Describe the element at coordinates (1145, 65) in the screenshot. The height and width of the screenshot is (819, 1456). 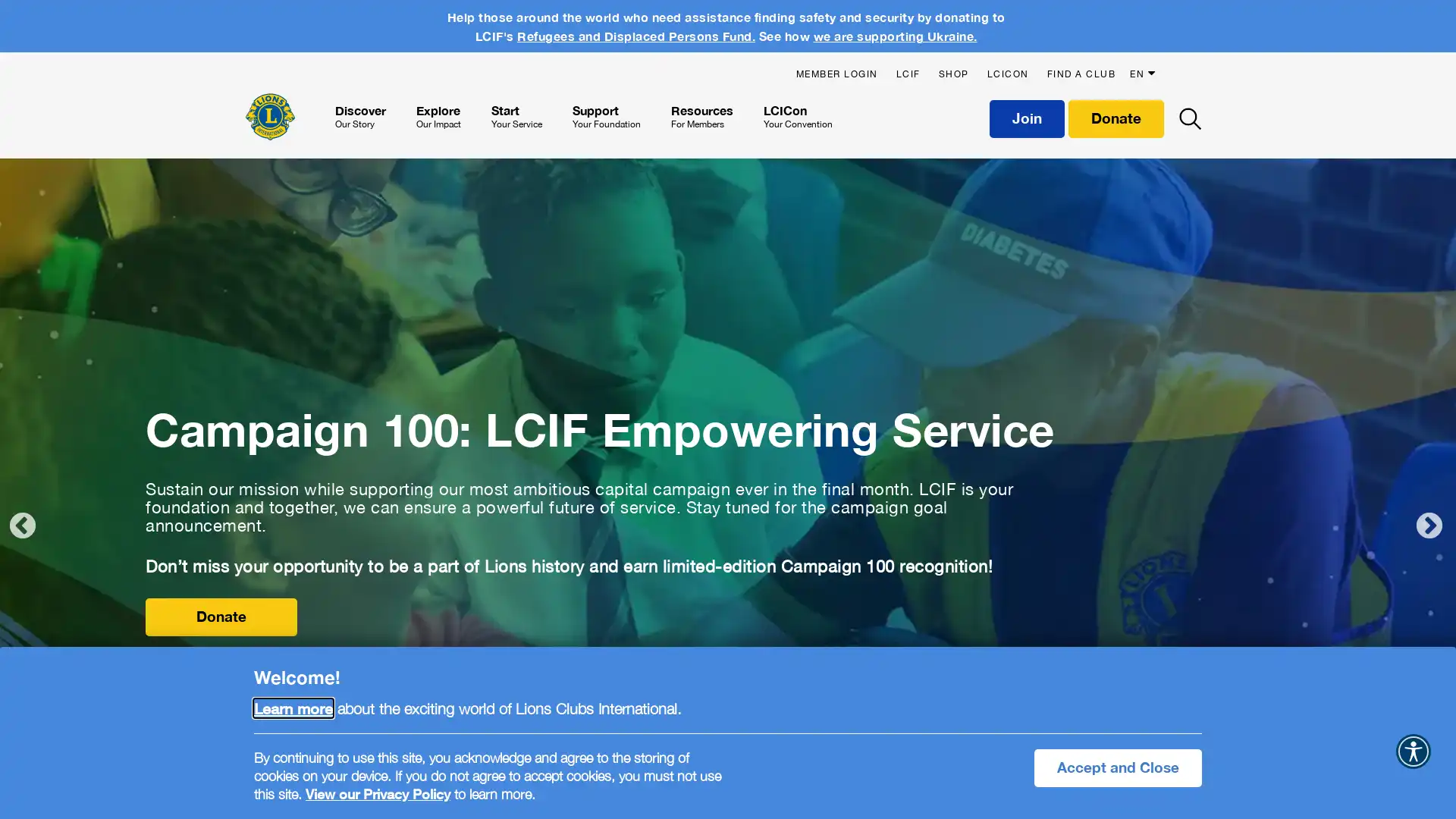
I see `EN` at that location.